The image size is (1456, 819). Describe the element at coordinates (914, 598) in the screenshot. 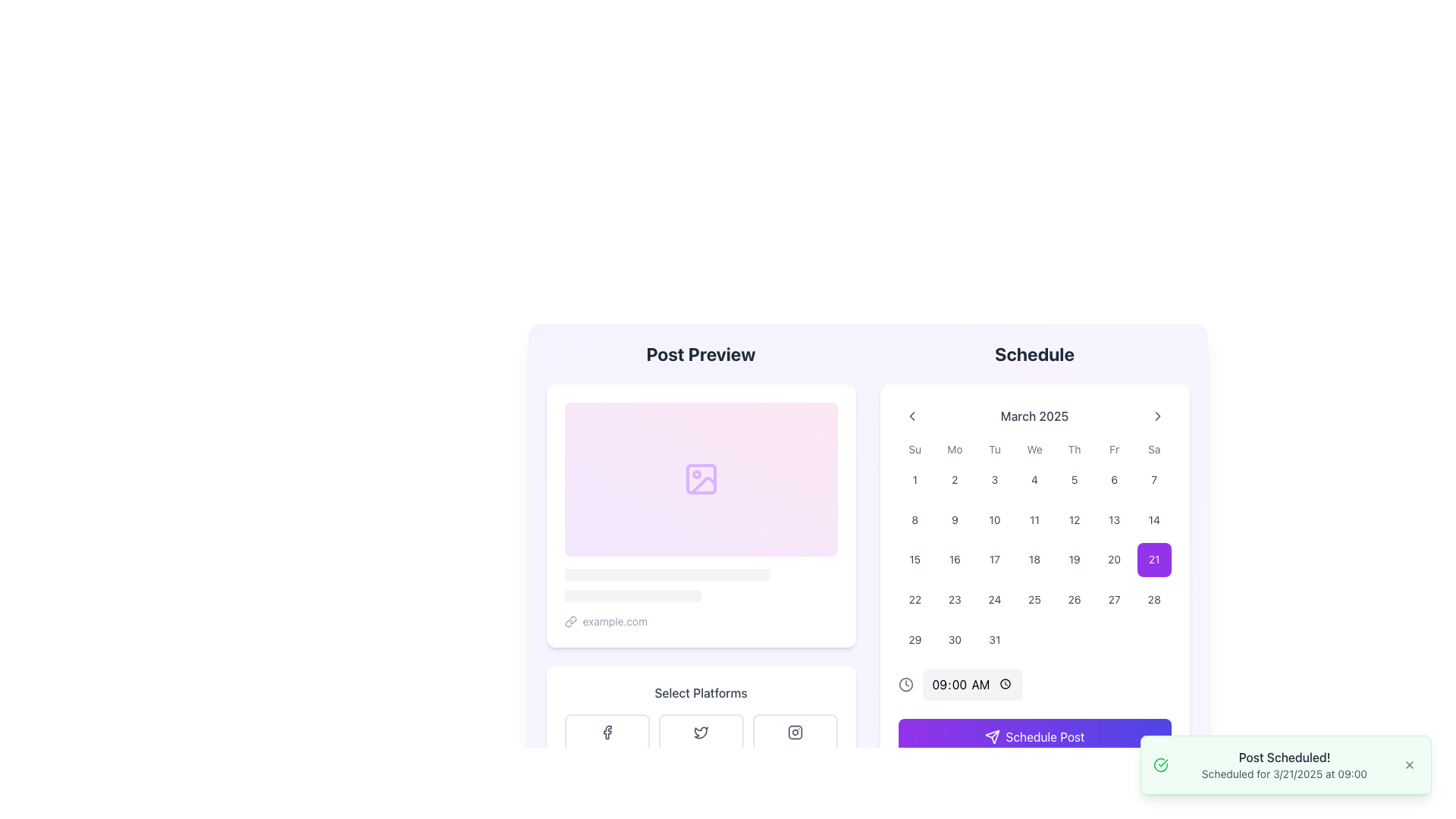

I see `the square button with a white background and the text '22'` at that location.